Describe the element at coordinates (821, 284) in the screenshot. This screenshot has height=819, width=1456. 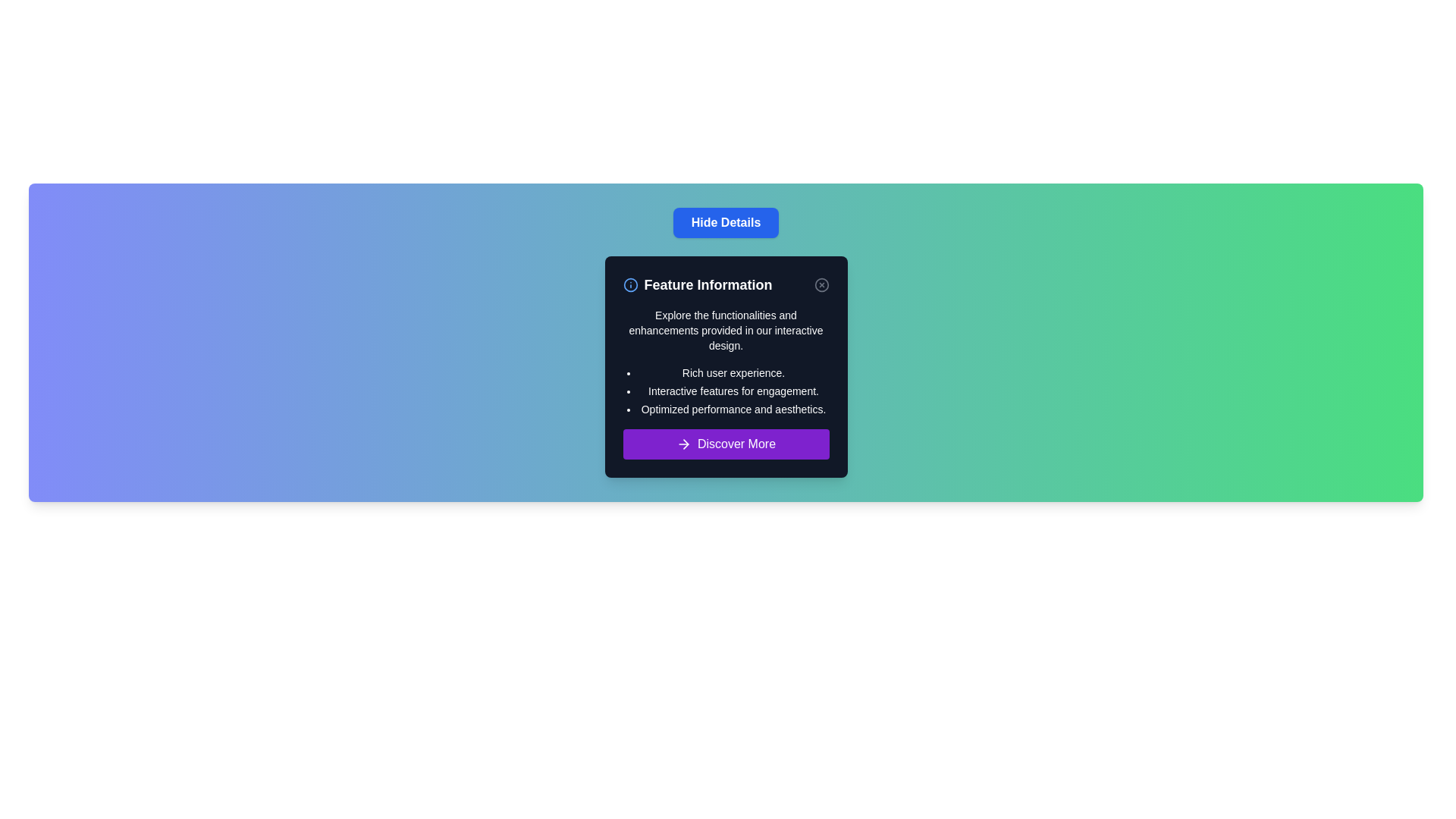
I see `the close button located at the top-right corner of the 'Feature Information' card` at that location.